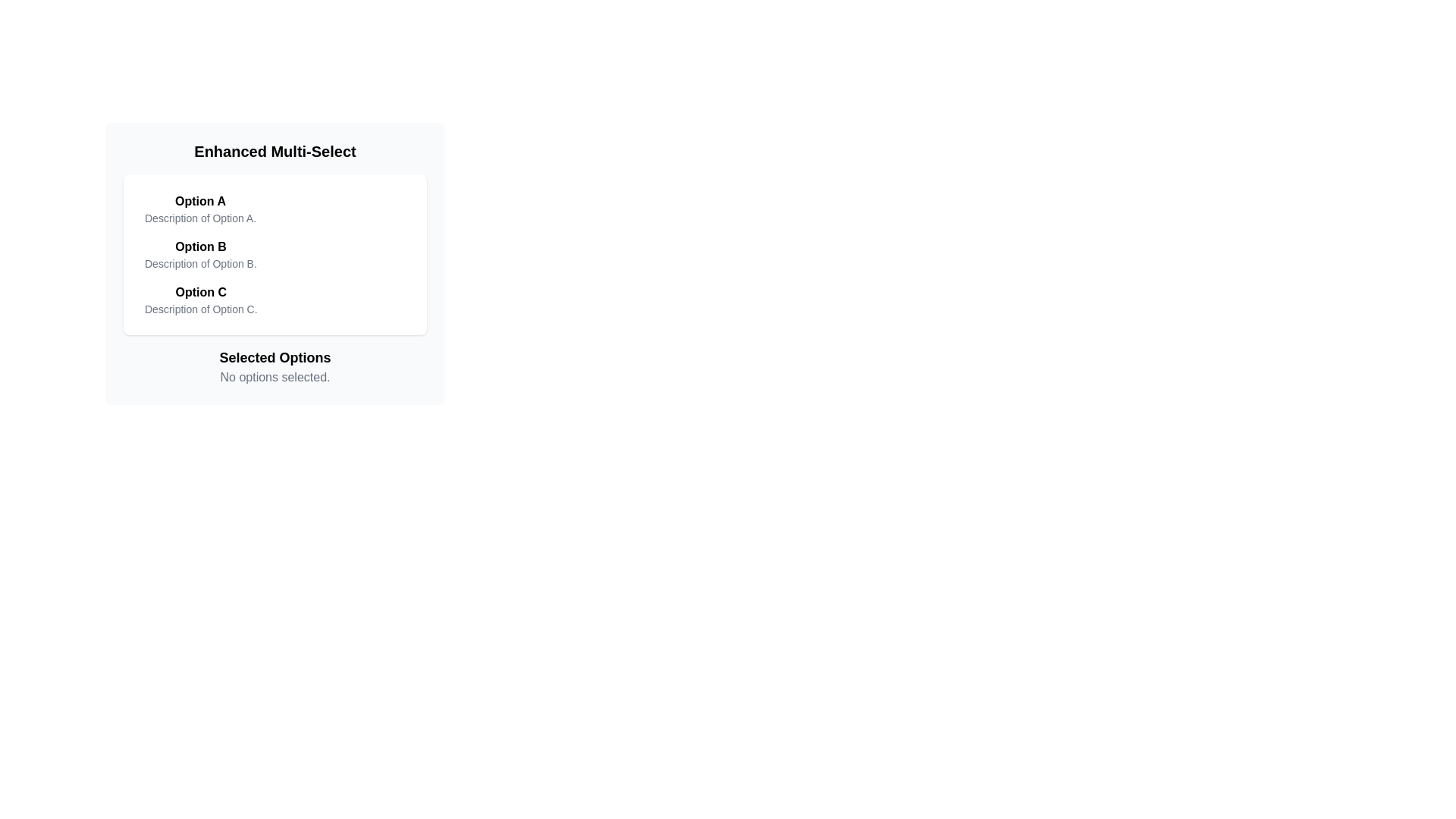 The height and width of the screenshot is (819, 1456). What do you see at coordinates (200, 300) in the screenshot?
I see `the third option labeled 'Option C'` at bounding box center [200, 300].